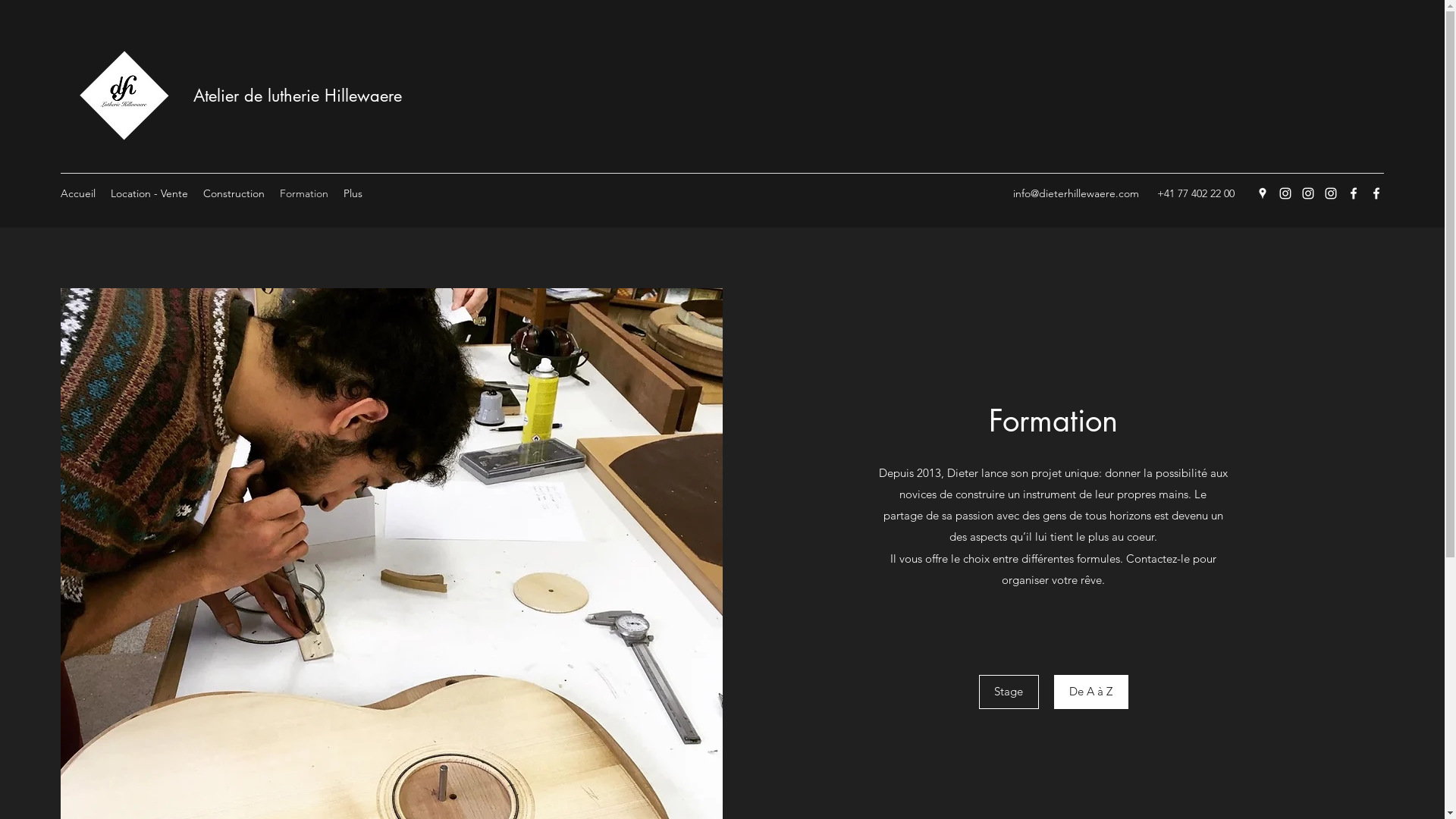 This screenshot has width=1456, height=819. I want to click on 'info@dieterhillewaere.com', so click(1075, 192).